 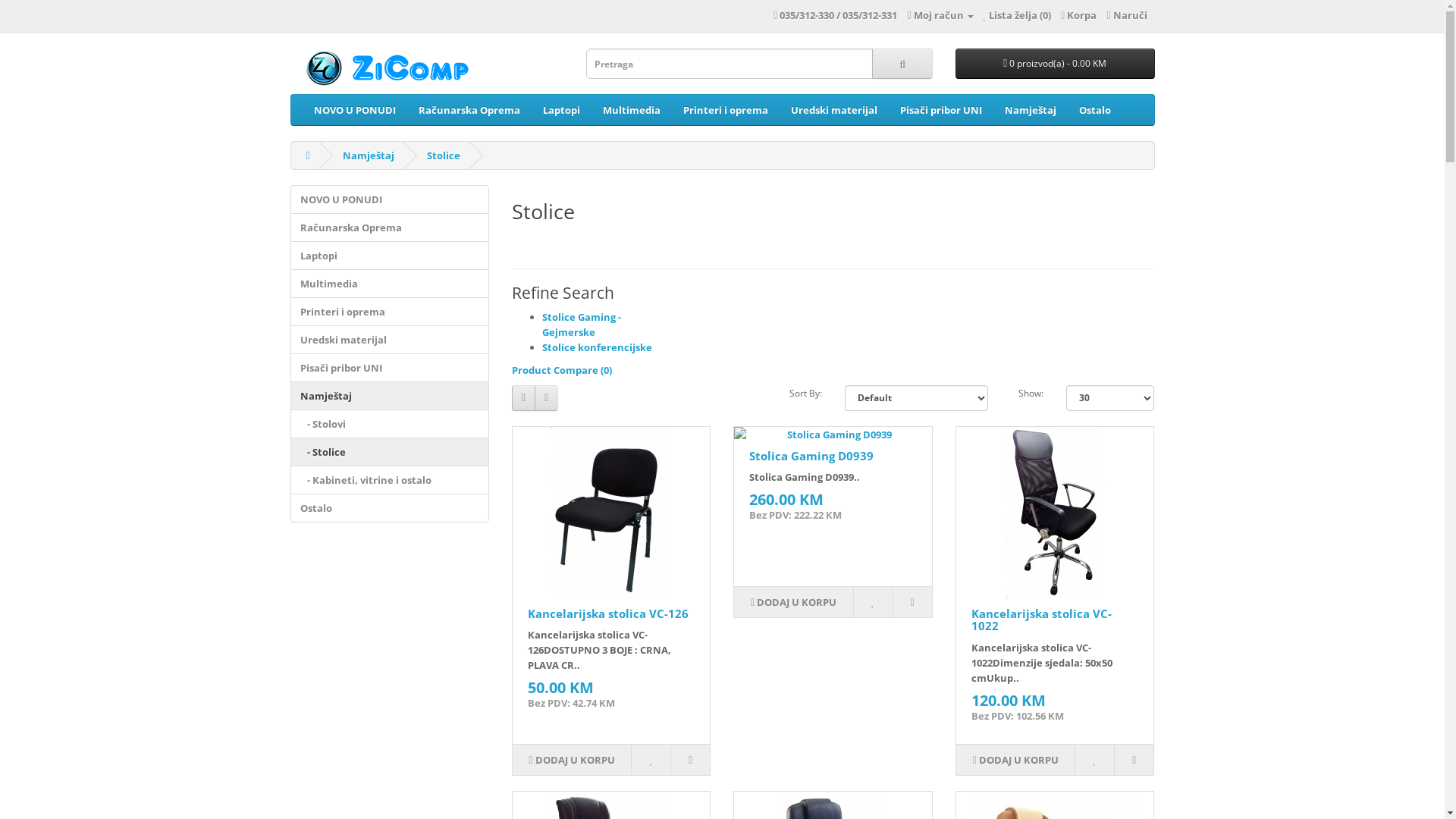 What do you see at coordinates (581, 324) in the screenshot?
I see `'Stolice Gaming - Gejmerske'` at bounding box center [581, 324].